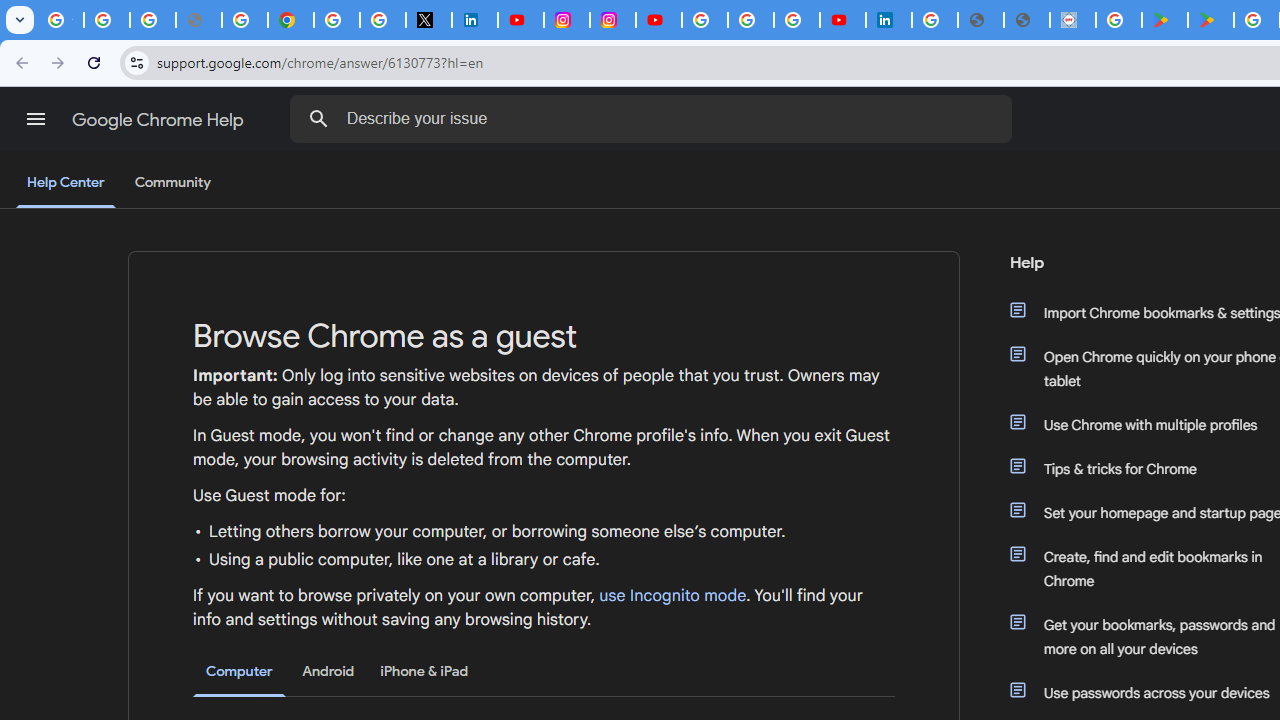  What do you see at coordinates (65, 183) in the screenshot?
I see `'Help Center'` at bounding box center [65, 183].